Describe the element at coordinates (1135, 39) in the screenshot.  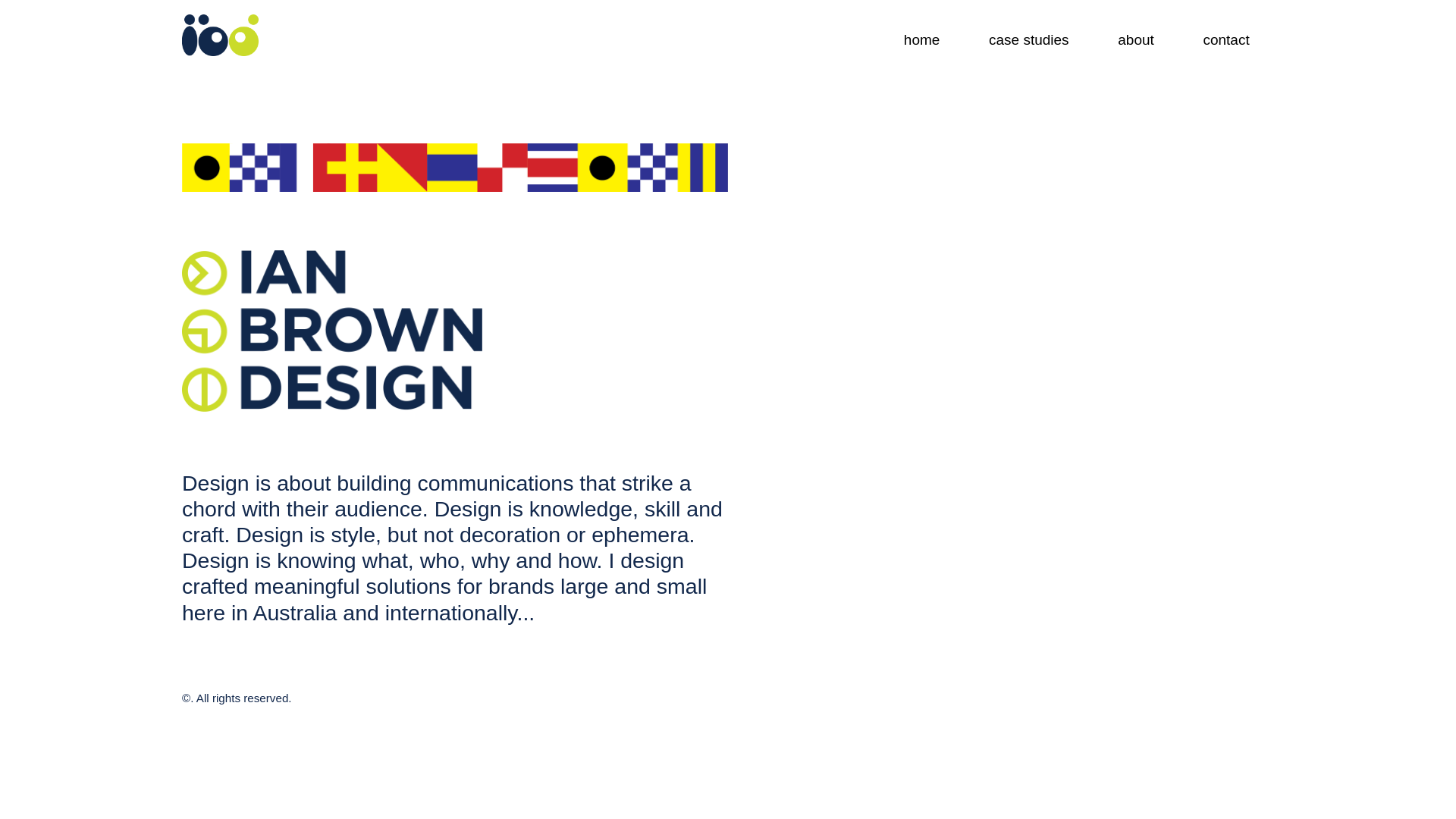
I see `'about'` at that location.